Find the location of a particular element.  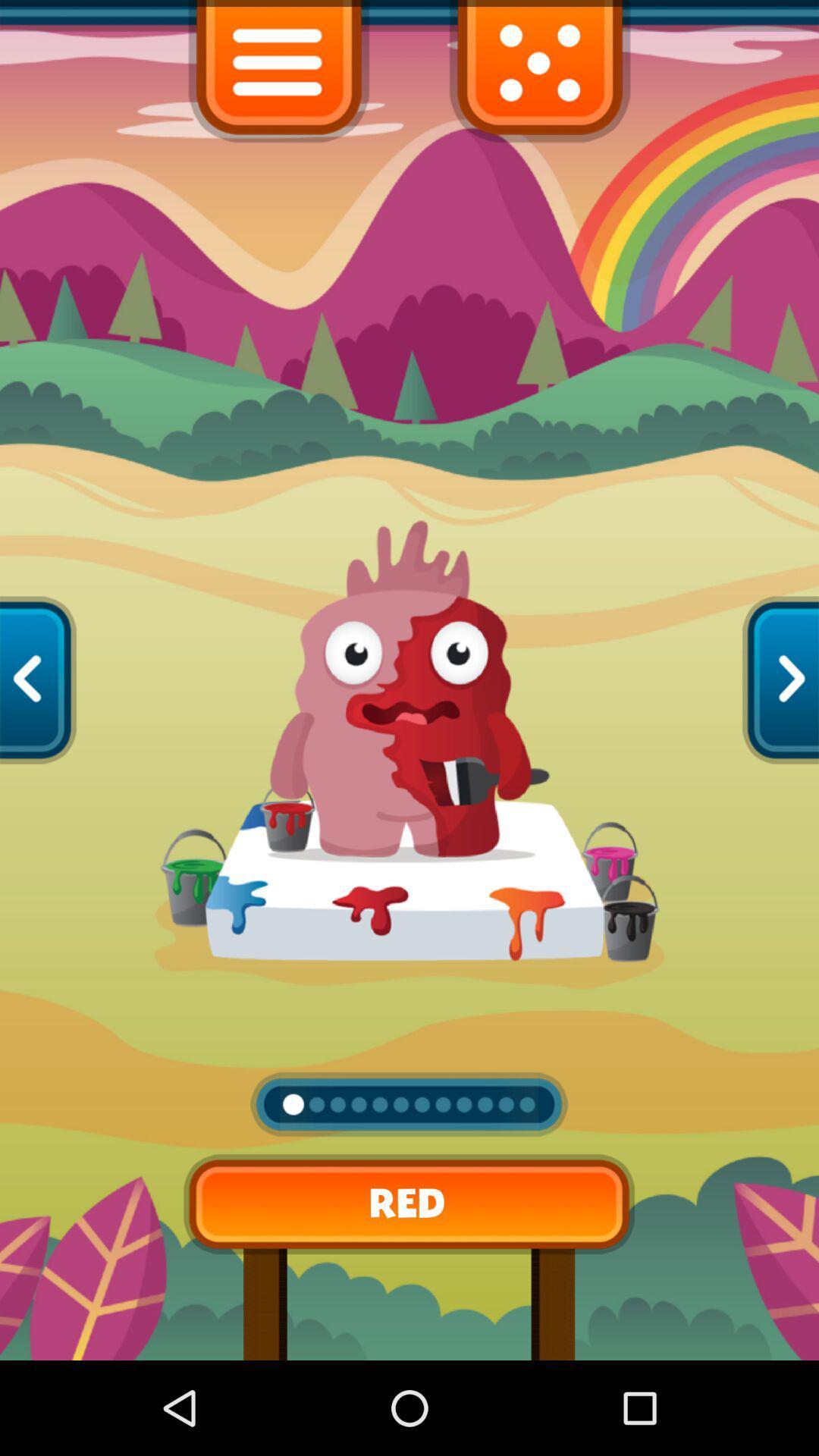

the fullscreen icon is located at coordinates (539, 76).